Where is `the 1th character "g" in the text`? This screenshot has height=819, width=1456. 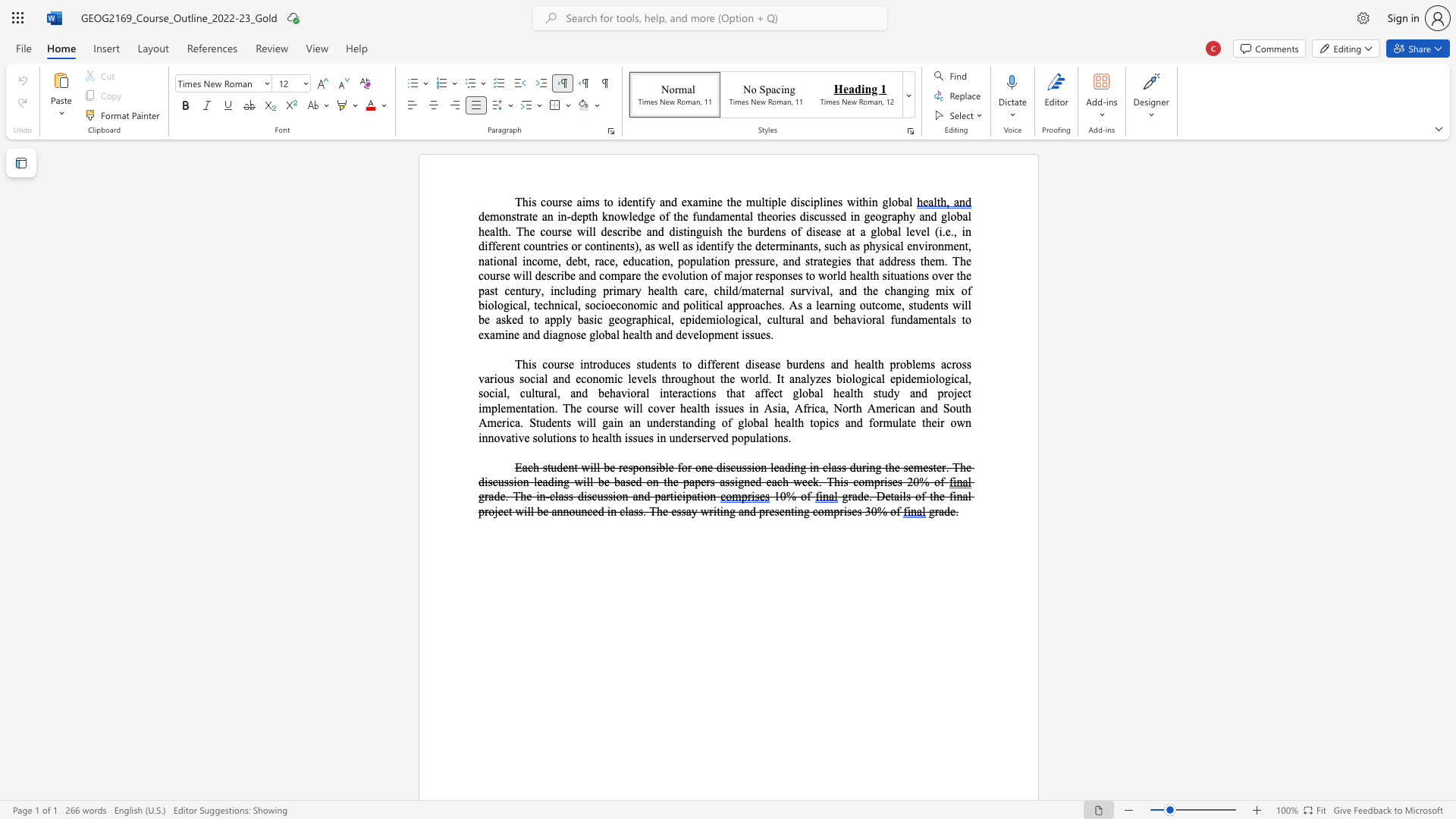 the 1th character "g" in the text is located at coordinates (852, 305).